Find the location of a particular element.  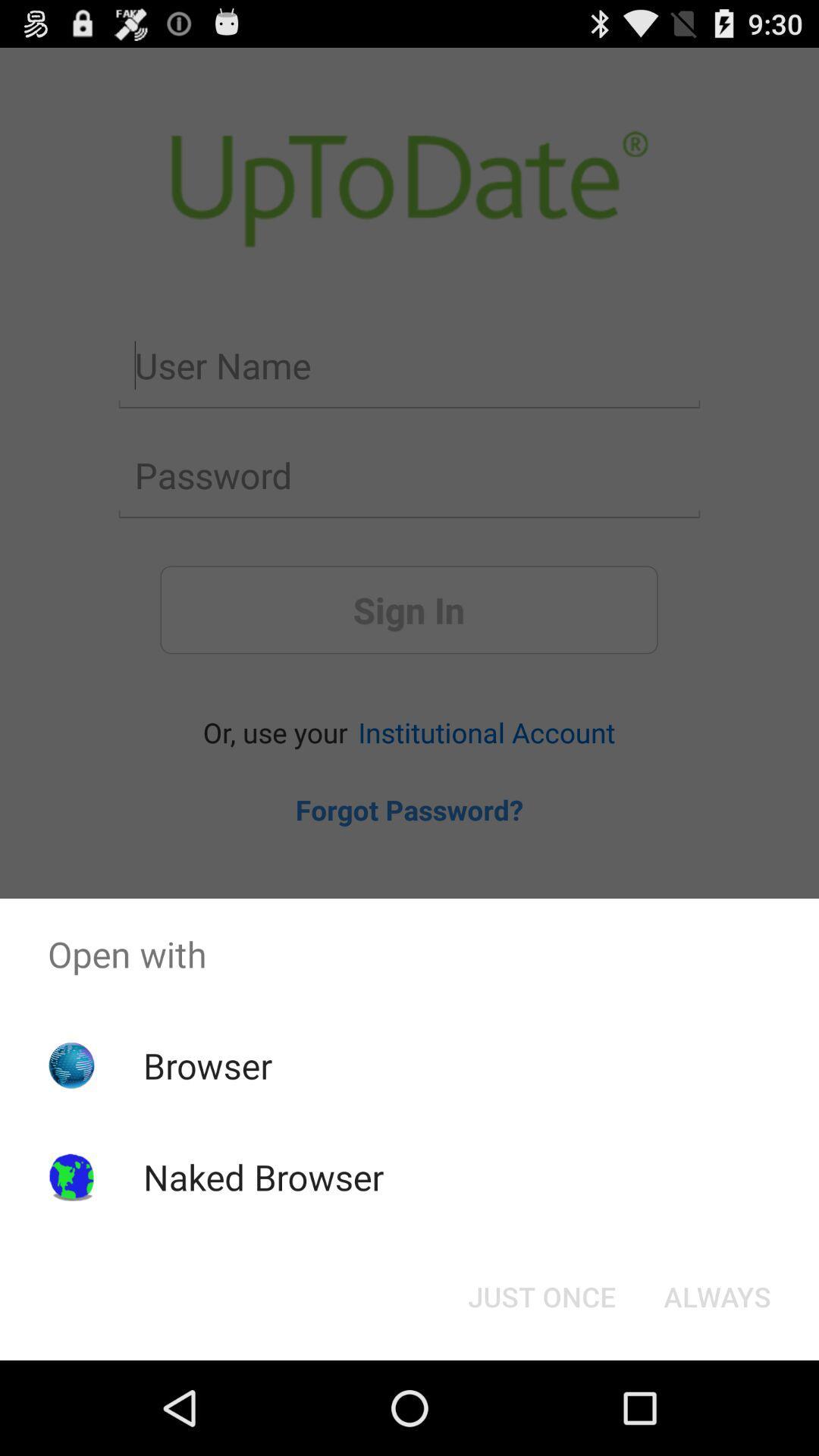

the button to the right of just once button is located at coordinates (717, 1295).